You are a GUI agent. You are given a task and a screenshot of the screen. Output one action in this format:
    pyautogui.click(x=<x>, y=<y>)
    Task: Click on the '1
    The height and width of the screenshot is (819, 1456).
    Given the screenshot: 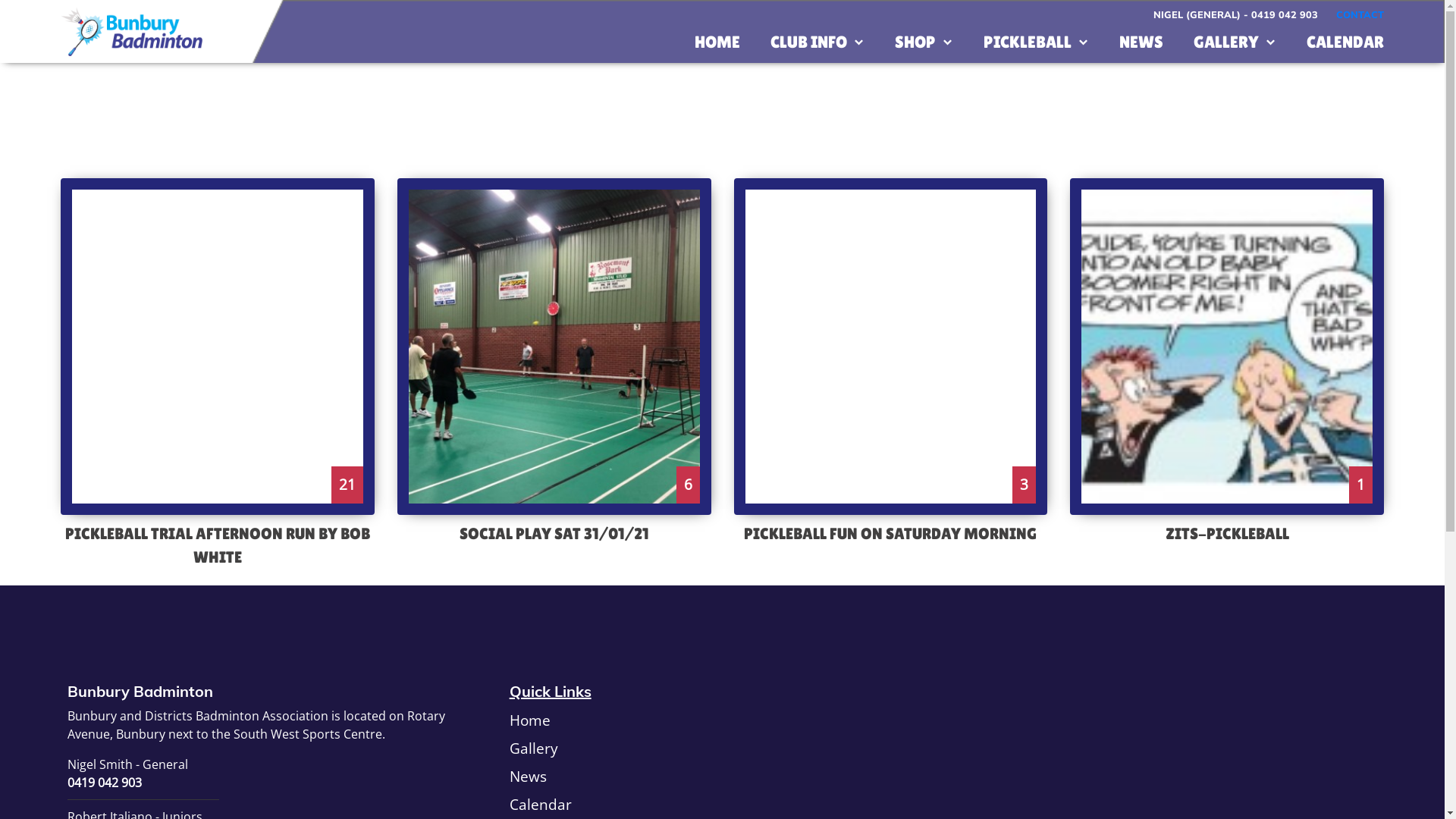 What is the action you would take?
    pyautogui.click(x=1226, y=362)
    